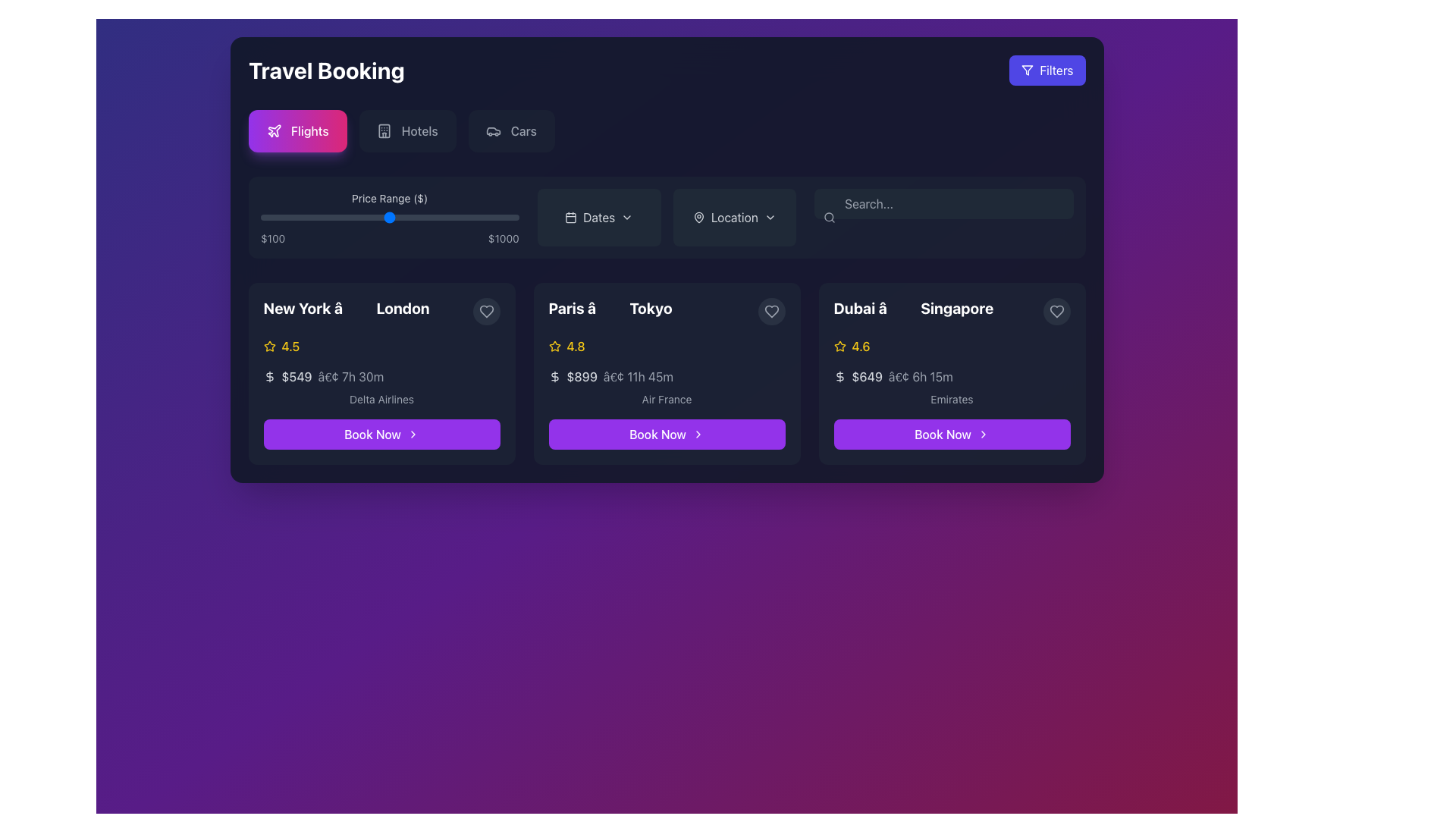  What do you see at coordinates (770, 217) in the screenshot?
I see `the downward-facing chevron icon associated with the 'Location' label` at bounding box center [770, 217].